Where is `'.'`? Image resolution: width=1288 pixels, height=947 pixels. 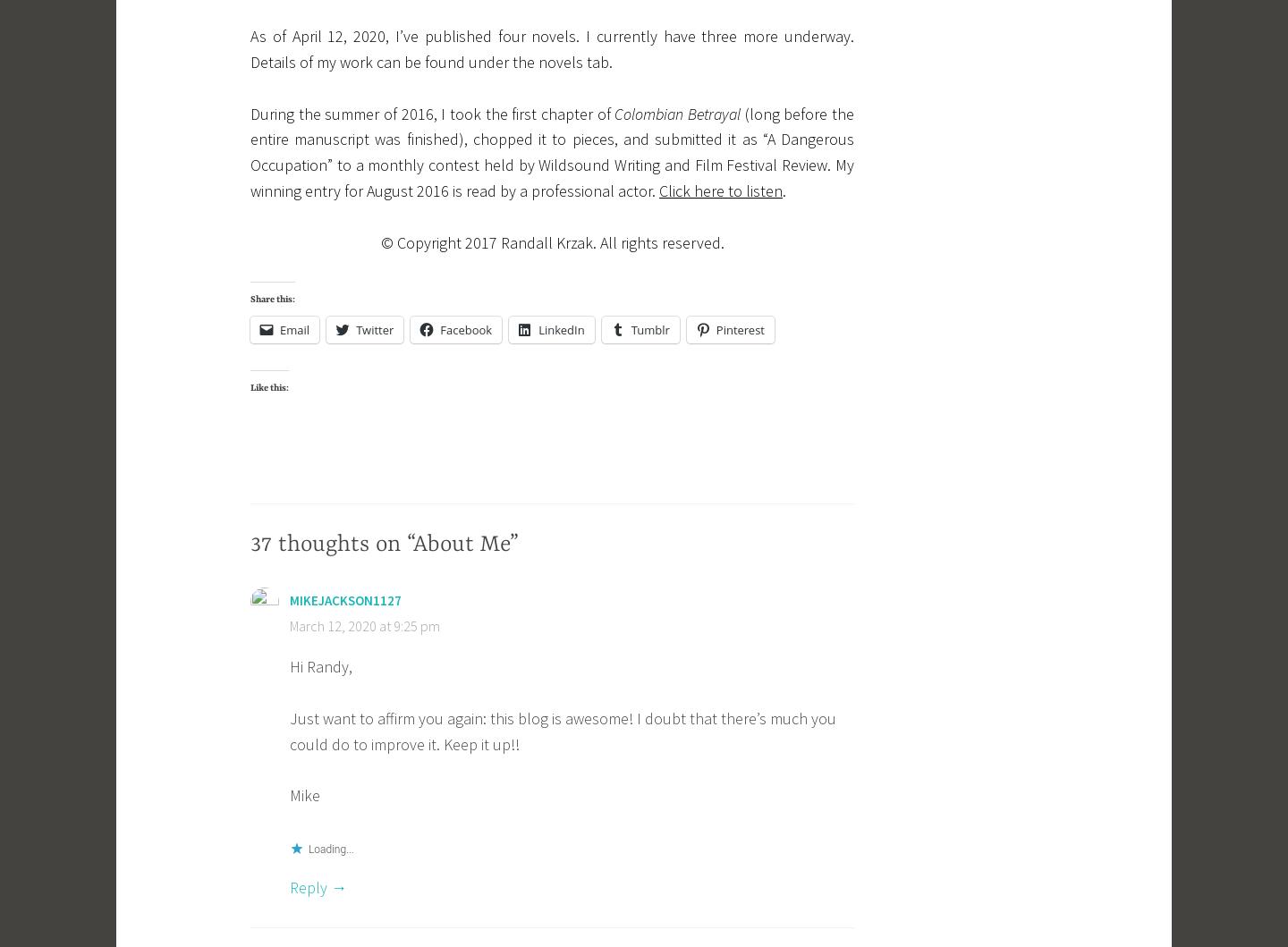
'.' is located at coordinates (781, 190).